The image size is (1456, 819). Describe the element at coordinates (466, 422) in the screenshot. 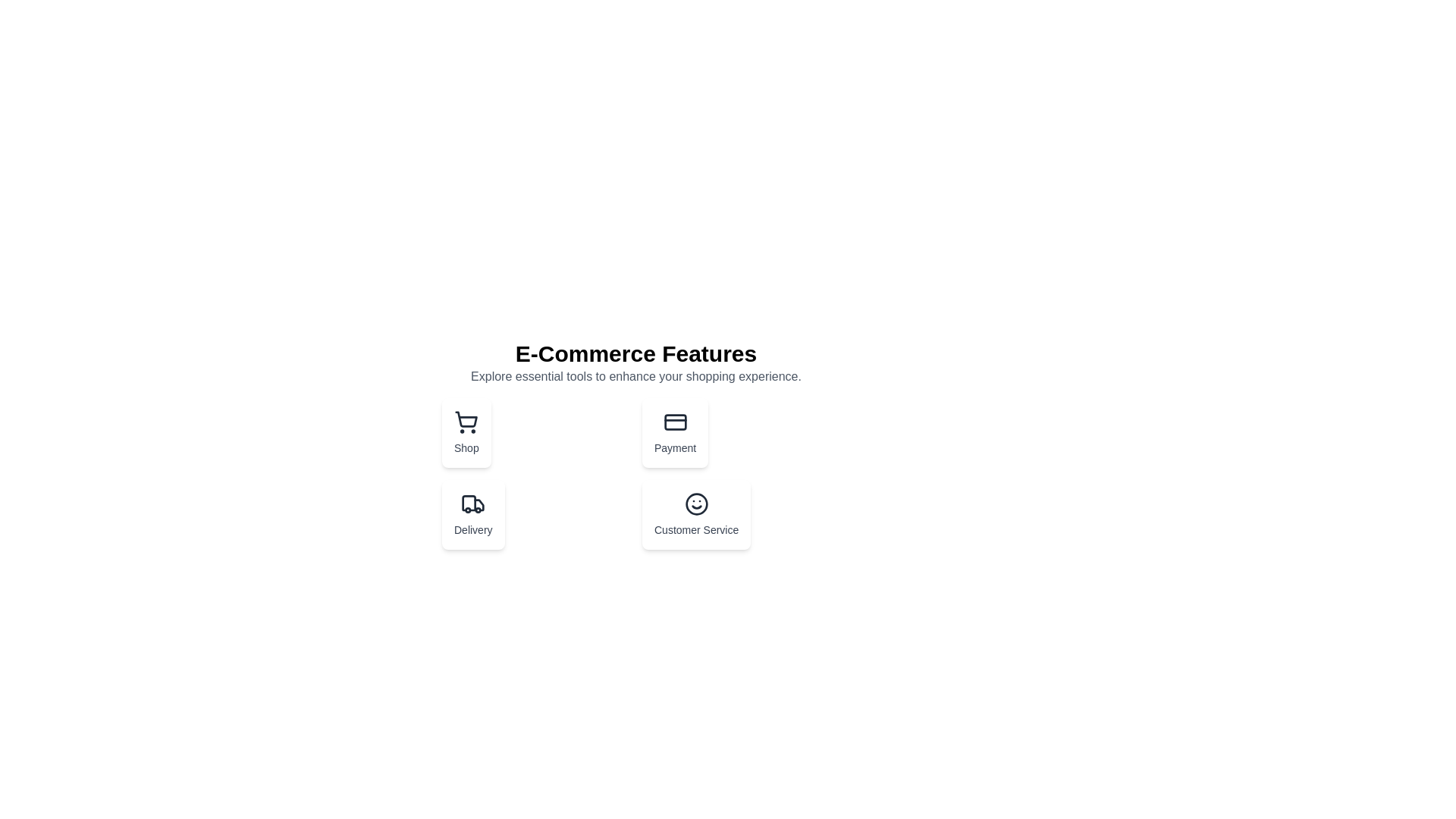

I see `the shopping icon located at the upper-center of the 'Shop' card, which visually represents a shopping feature` at that location.